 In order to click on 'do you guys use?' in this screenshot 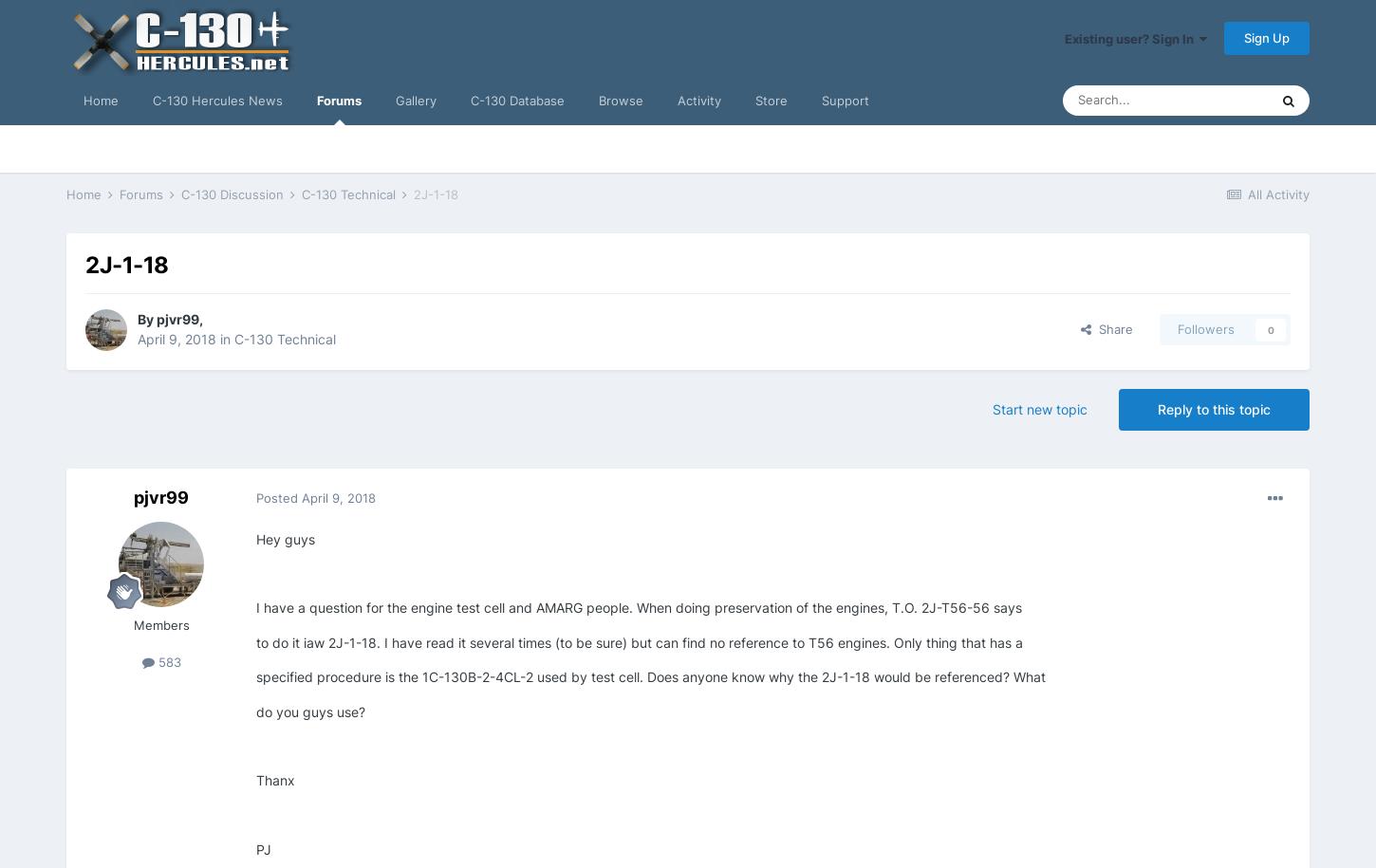, I will do `click(310, 711)`.